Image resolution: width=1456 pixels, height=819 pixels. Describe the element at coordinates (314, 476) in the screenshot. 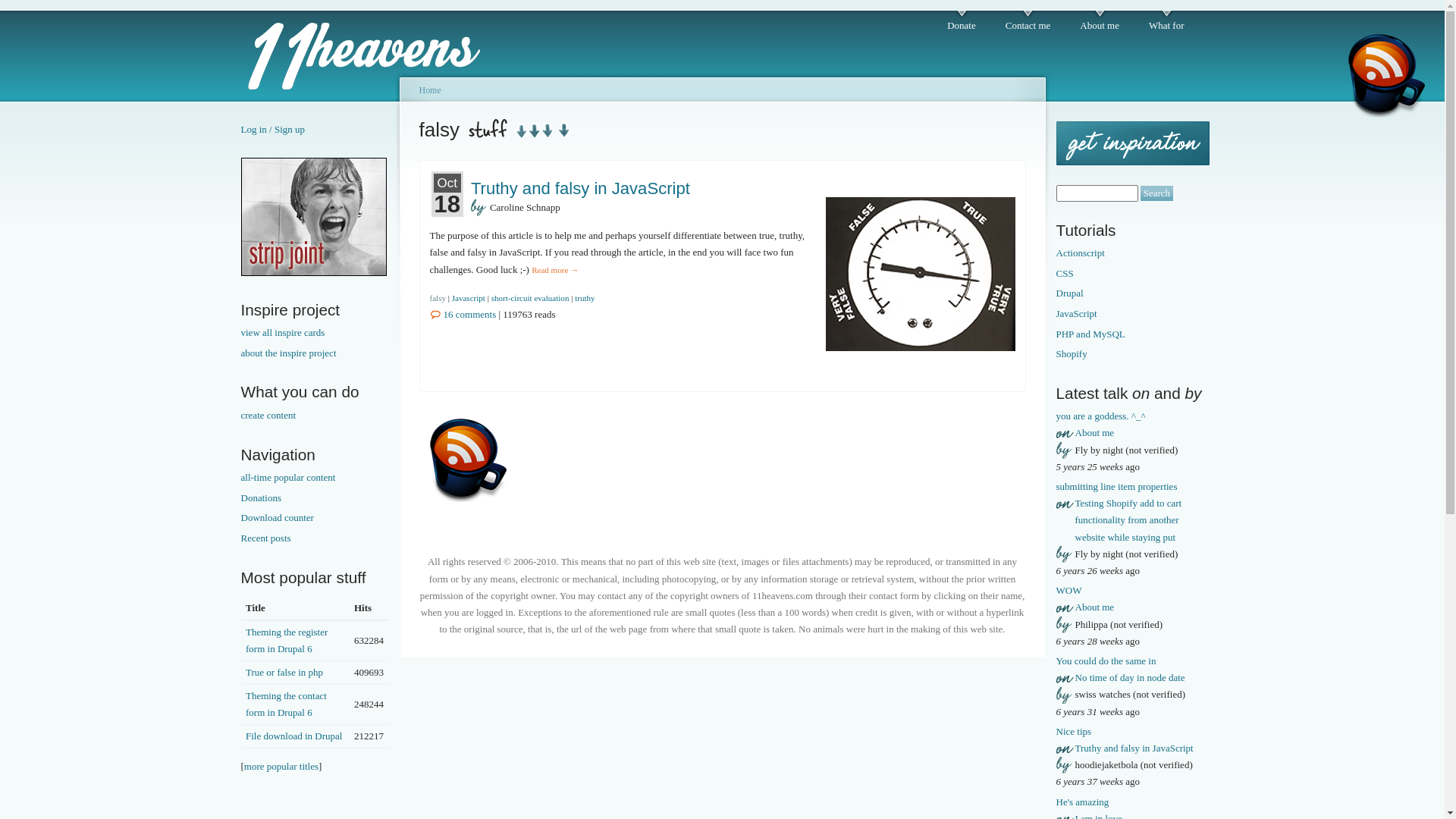

I see `'all-time popular content'` at that location.